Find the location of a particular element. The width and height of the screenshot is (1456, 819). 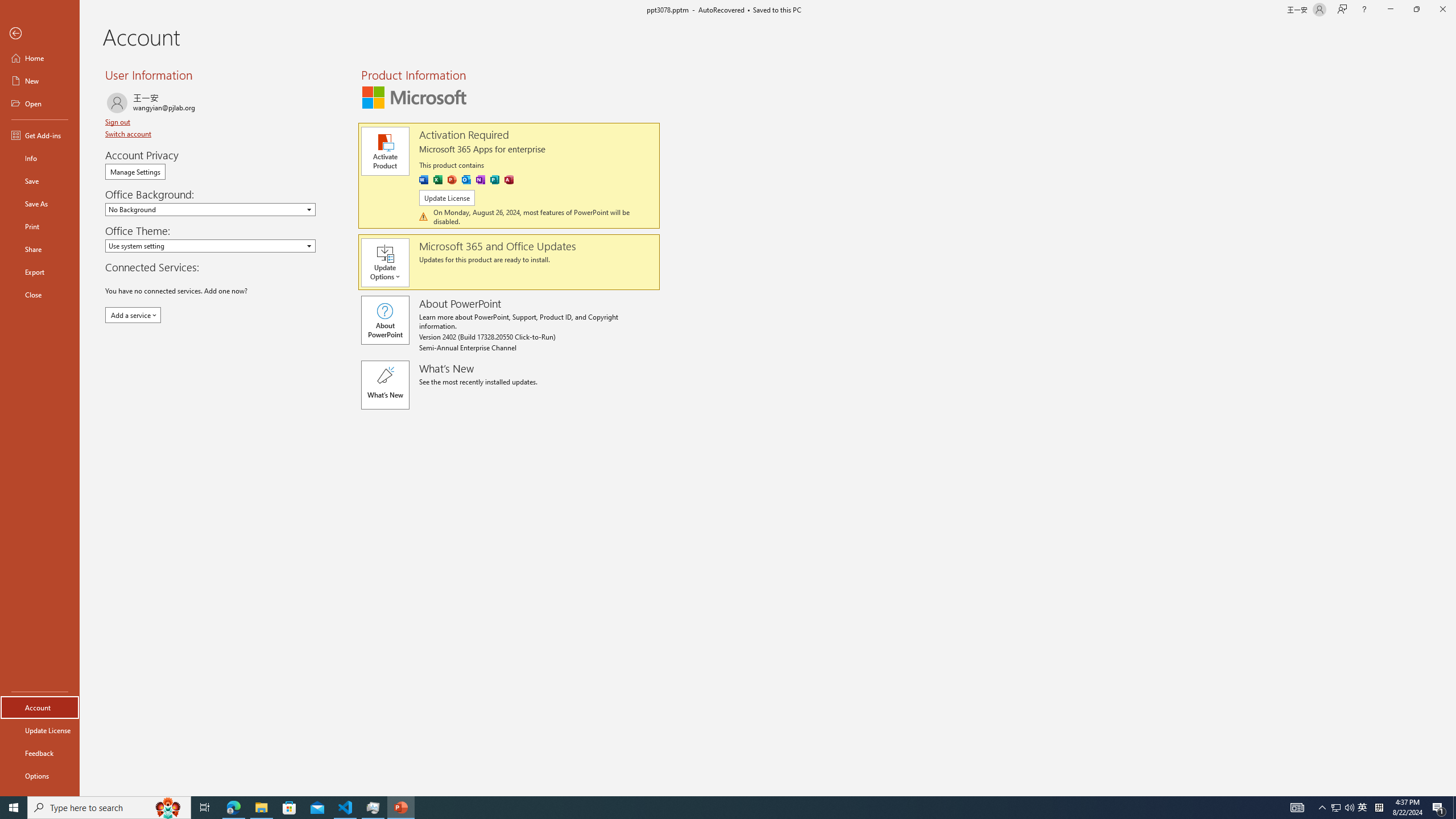

'Get Add-ins' is located at coordinates (39, 135).